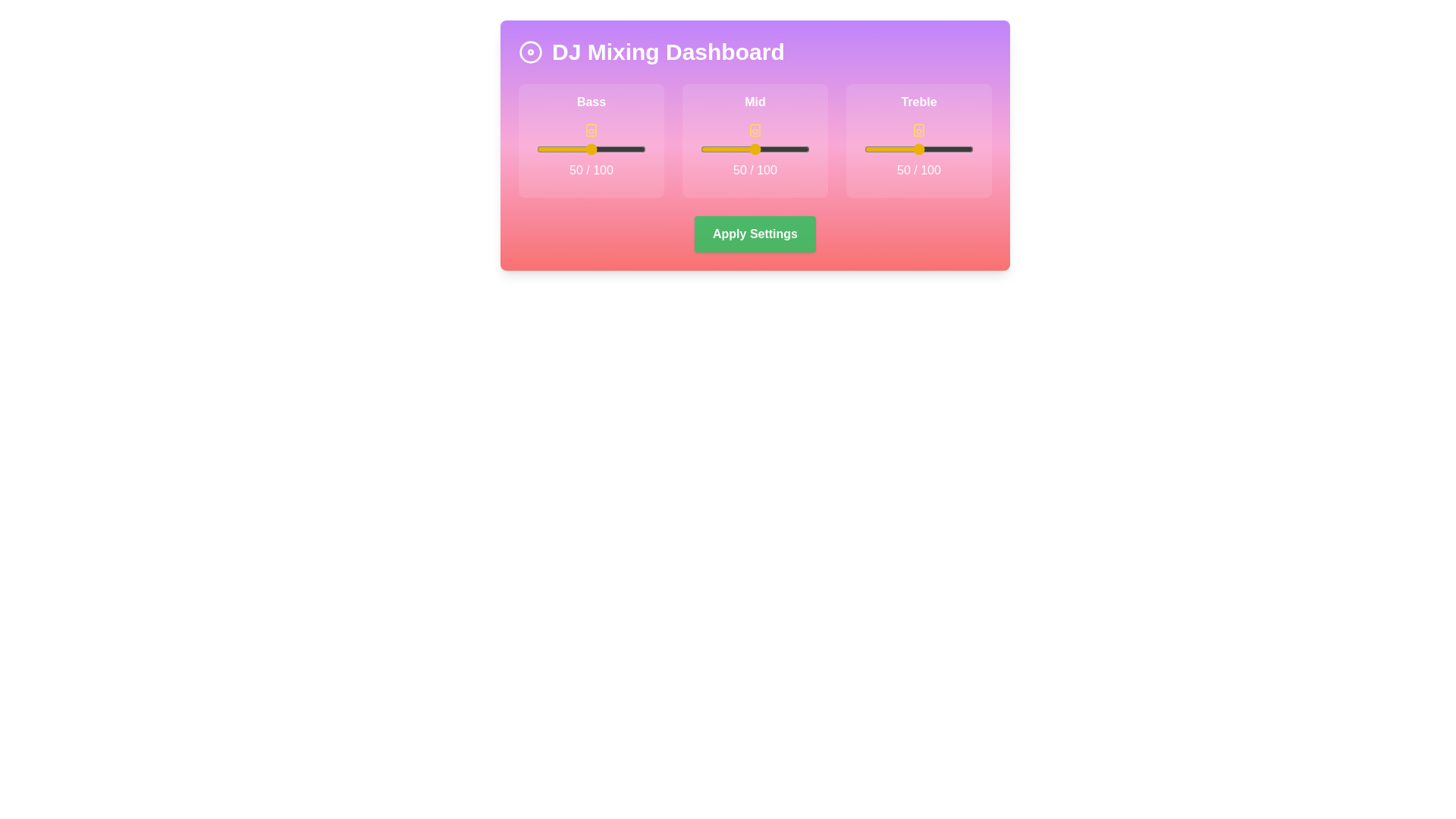 This screenshot has width=1456, height=819. Describe the element at coordinates (893, 149) in the screenshot. I see `the treble slider to 27 (0-100)` at that location.